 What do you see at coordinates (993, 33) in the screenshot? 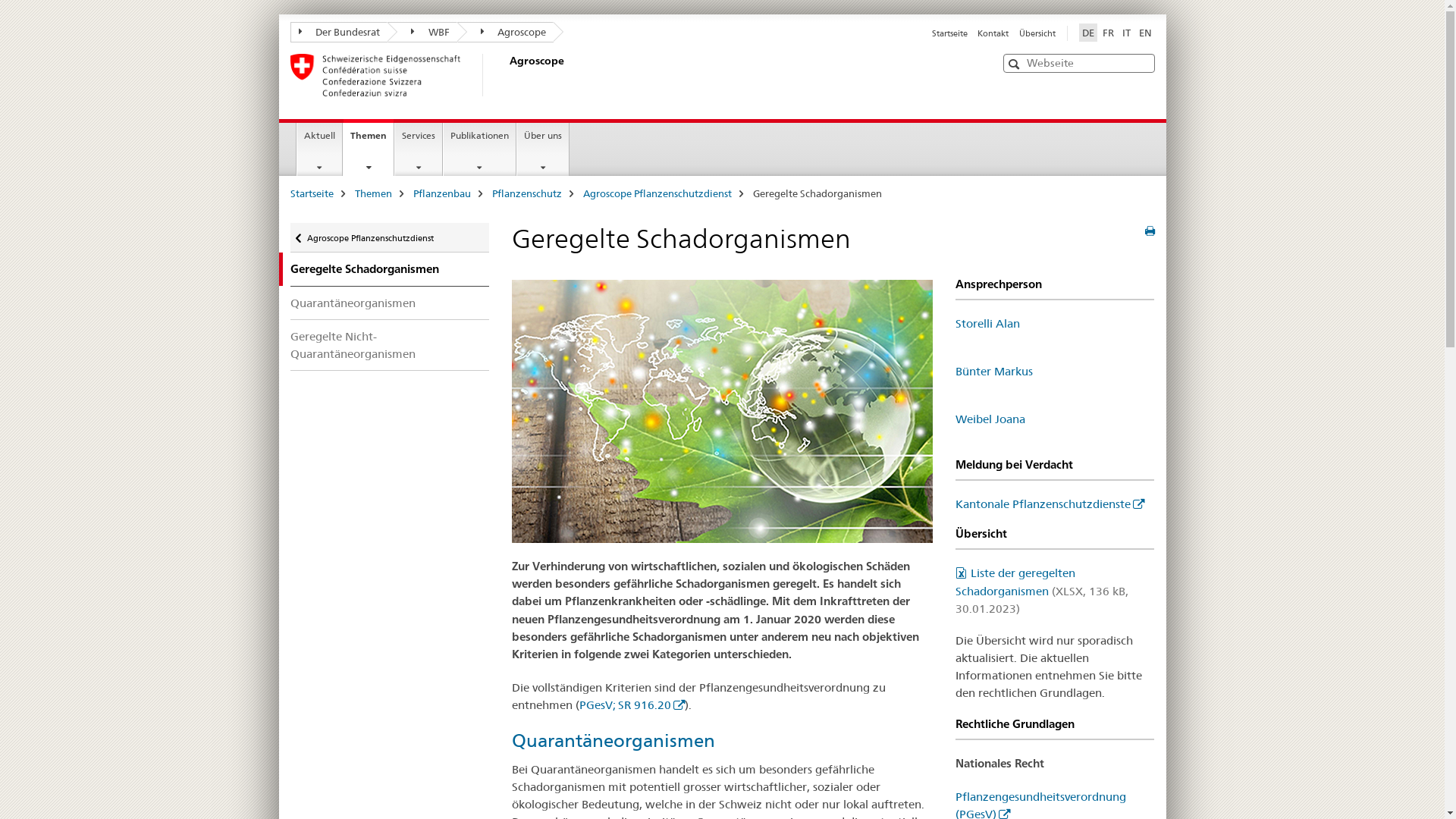
I see `'Kontakt'` at bounding box center [993, 33].